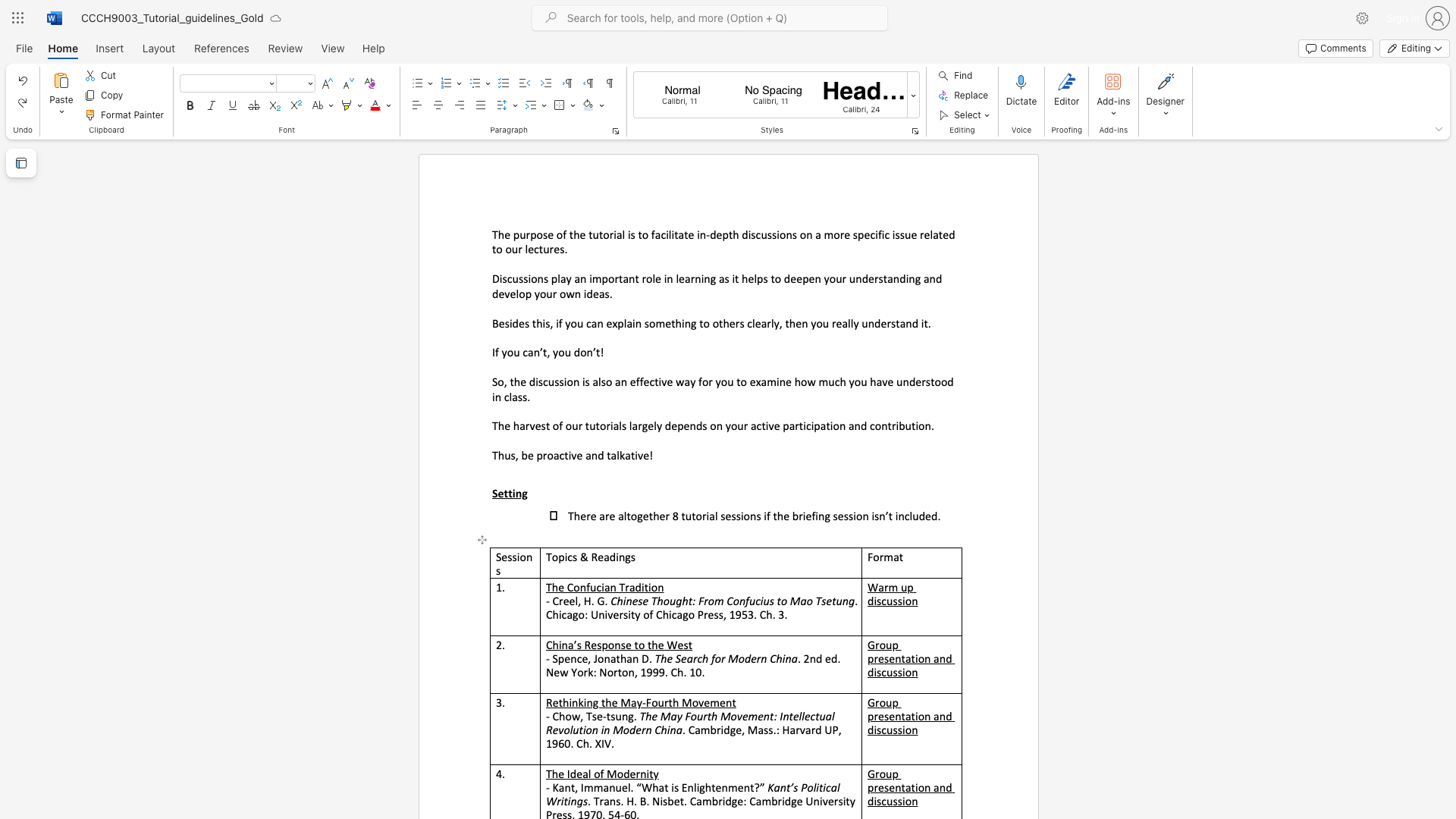  What do you see at coordinates (757, 786) in the screenshot?
I see `the 1th character "?" in the text` at bounding box center [757, 786].